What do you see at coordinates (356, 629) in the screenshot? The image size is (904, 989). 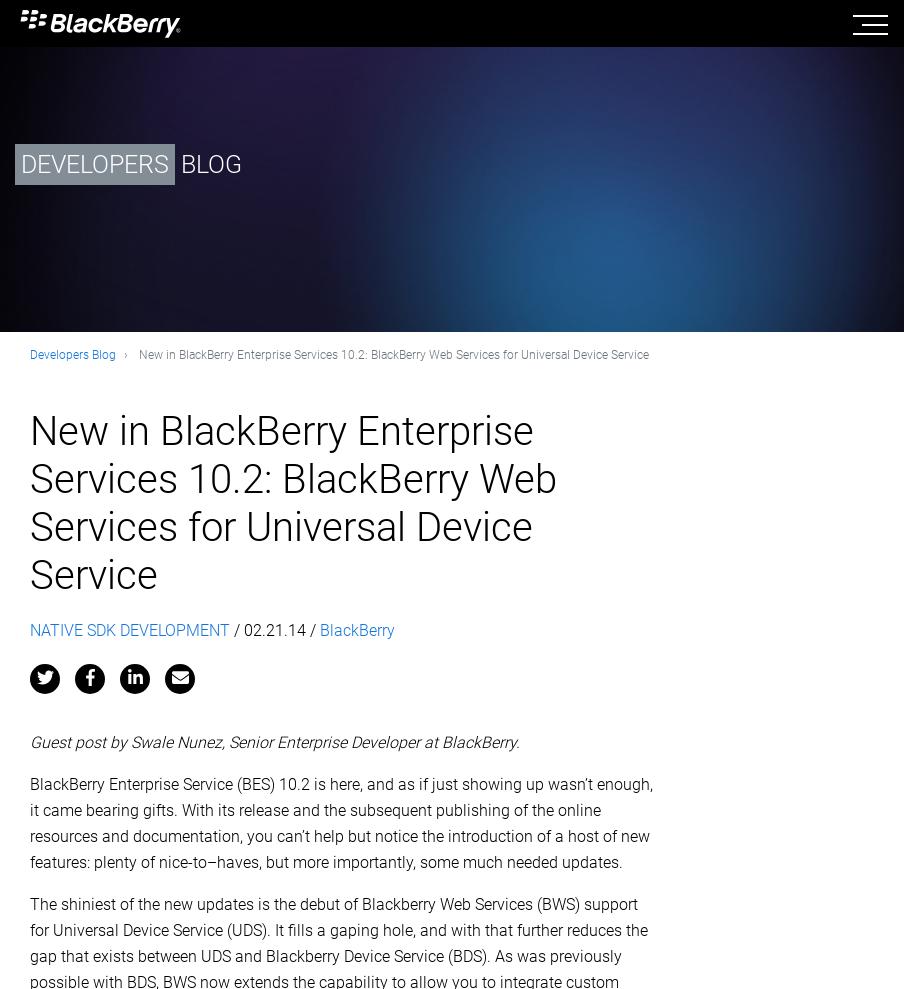 I see `'BlackBerry'` at bounding box center [356, 629].